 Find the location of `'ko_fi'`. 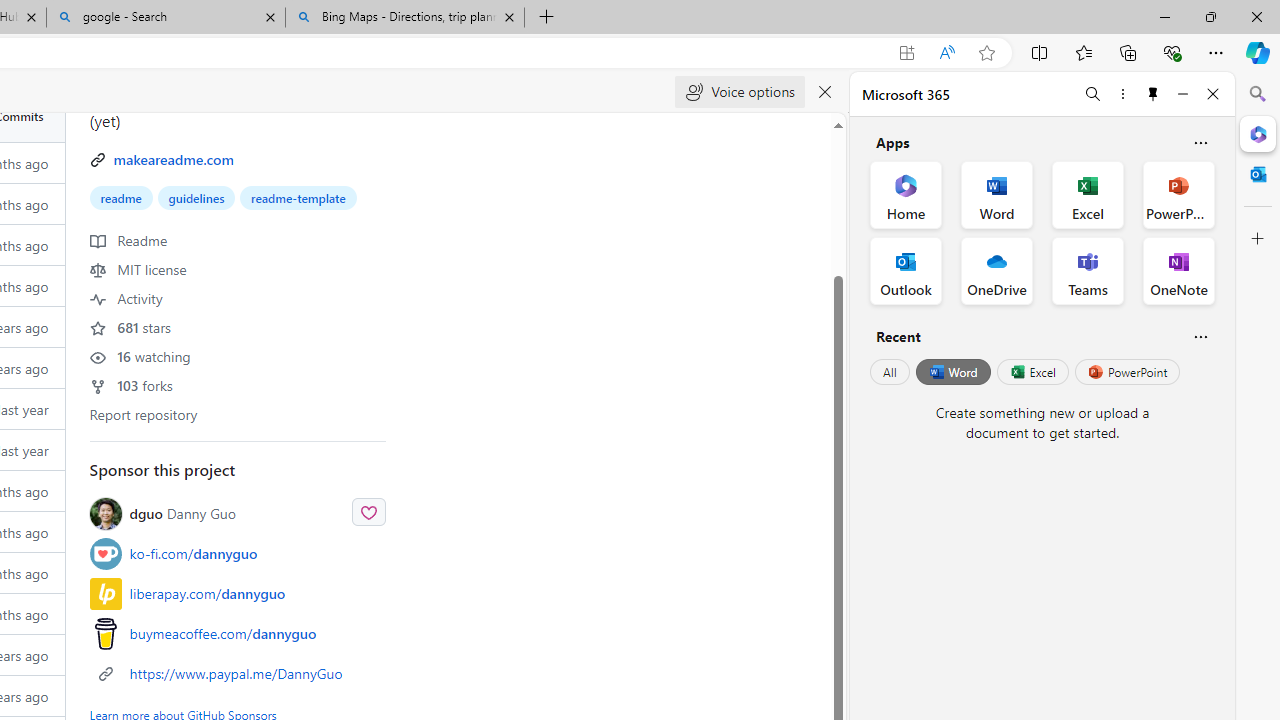

'ko_fi' is located at coordinates (104, 553).